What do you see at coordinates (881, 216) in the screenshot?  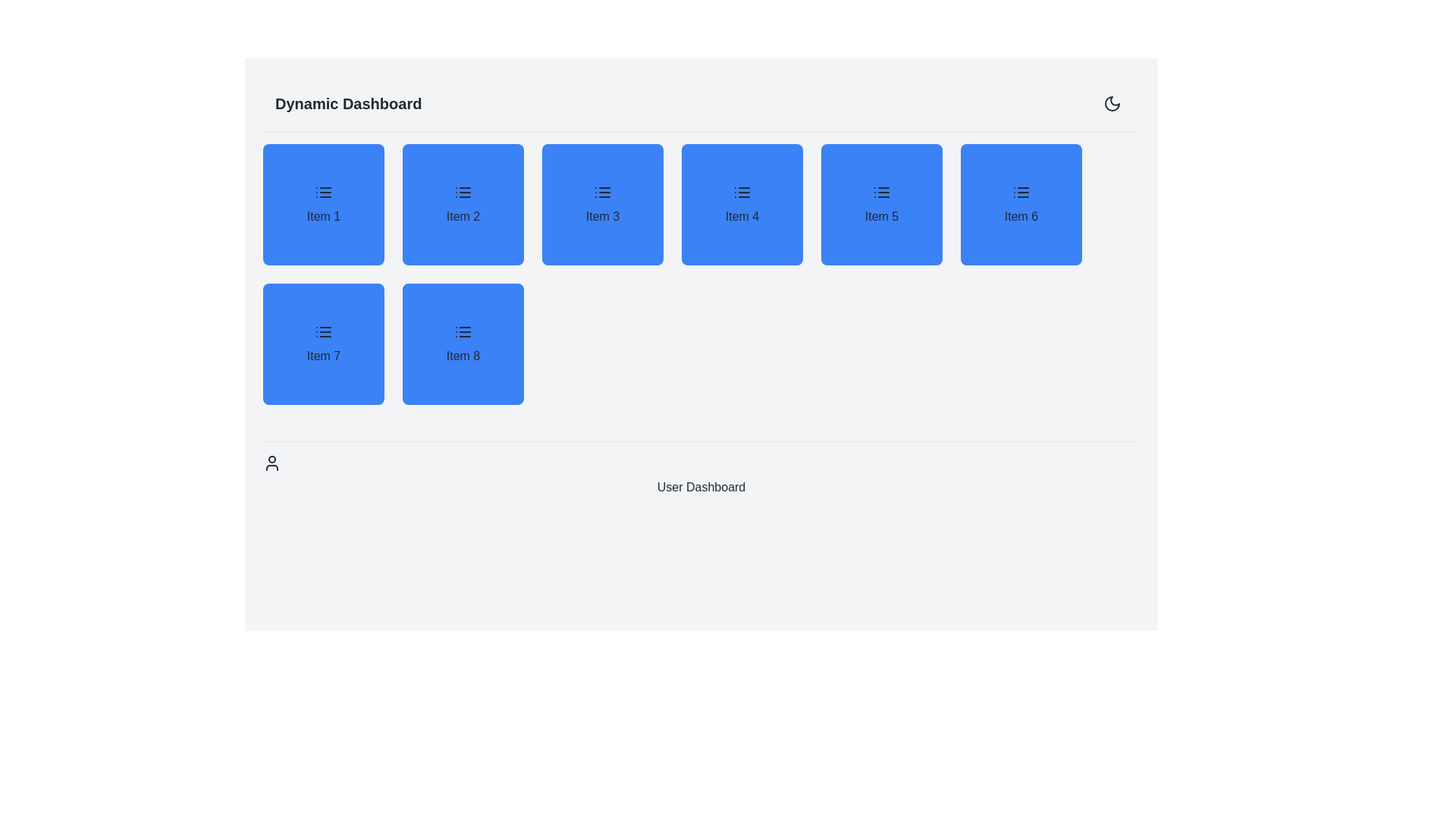 I see `the static text label 'Item 5' displayed in black text on a blue background, which is the fifth item in a grid structure` at bounding box center [881, 216].